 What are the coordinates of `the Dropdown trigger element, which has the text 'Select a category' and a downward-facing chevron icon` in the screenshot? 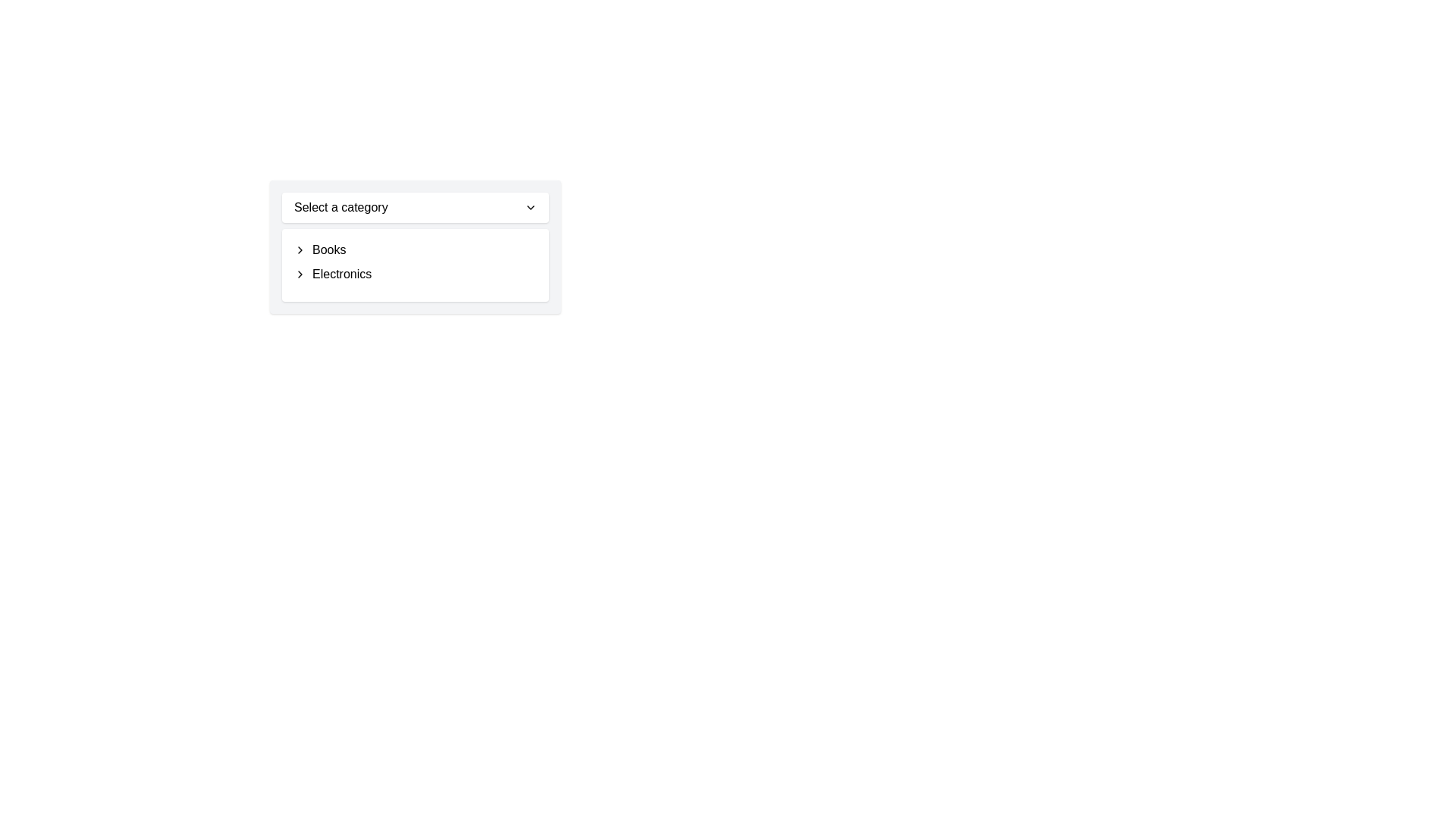 It's located at (415, 207).